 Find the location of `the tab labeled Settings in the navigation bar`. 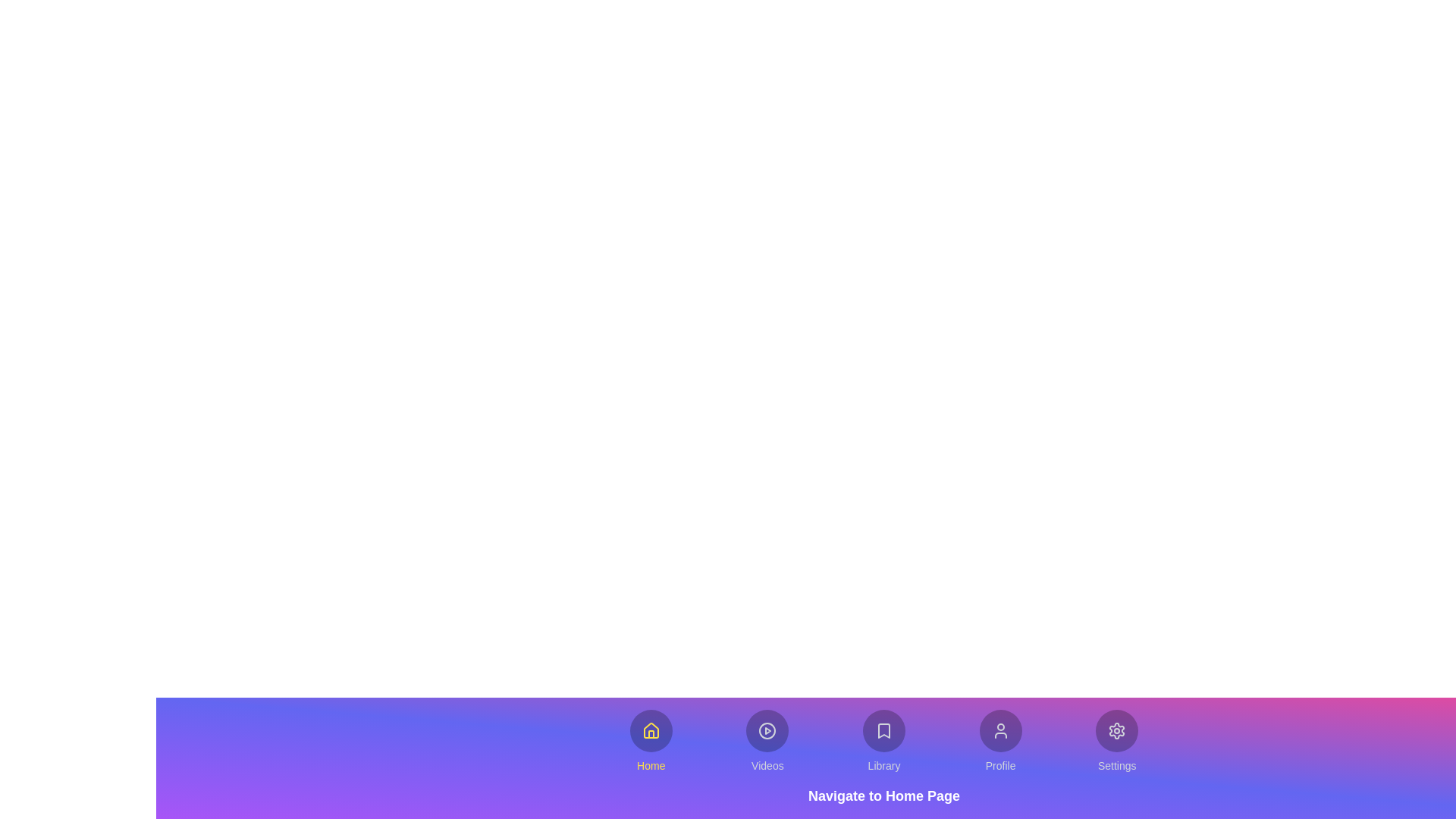

the tab labeled Settings in the navigation bar is located at coordinates (1117, 741).